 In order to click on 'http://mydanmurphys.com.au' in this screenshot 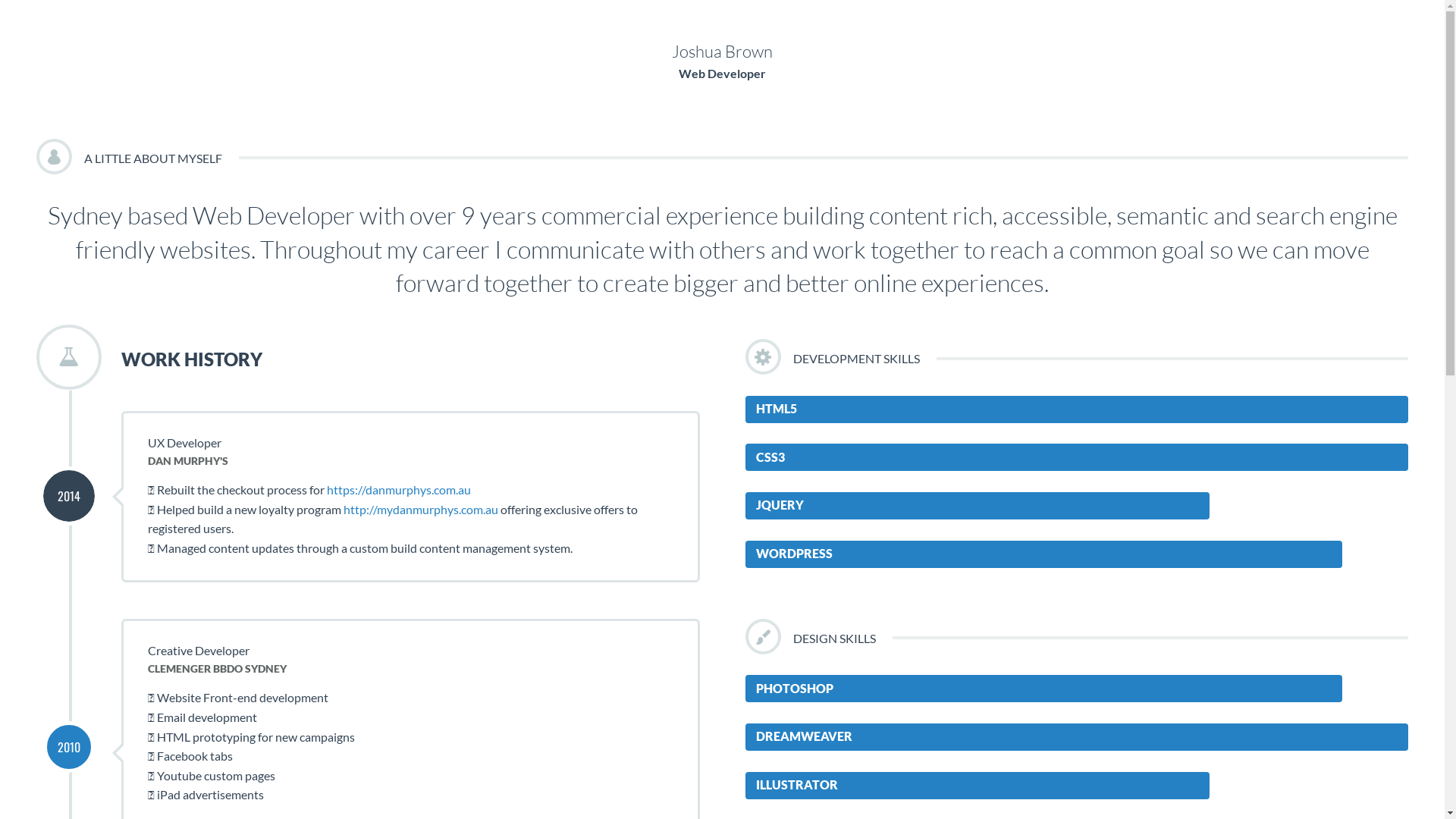, I will do `click(421, 509)`.